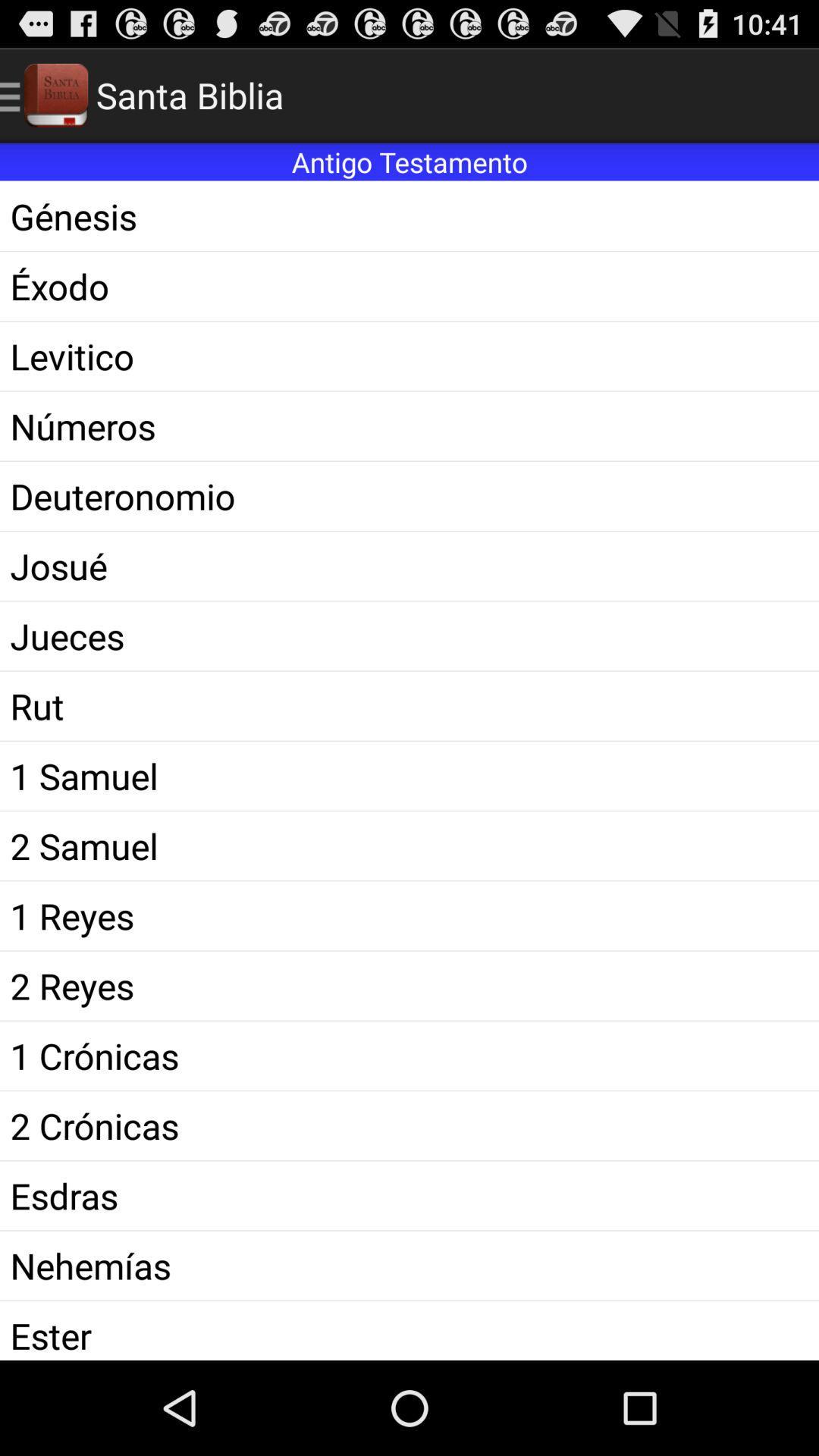  I want to click on the app above the jueces, so click(409, 565).